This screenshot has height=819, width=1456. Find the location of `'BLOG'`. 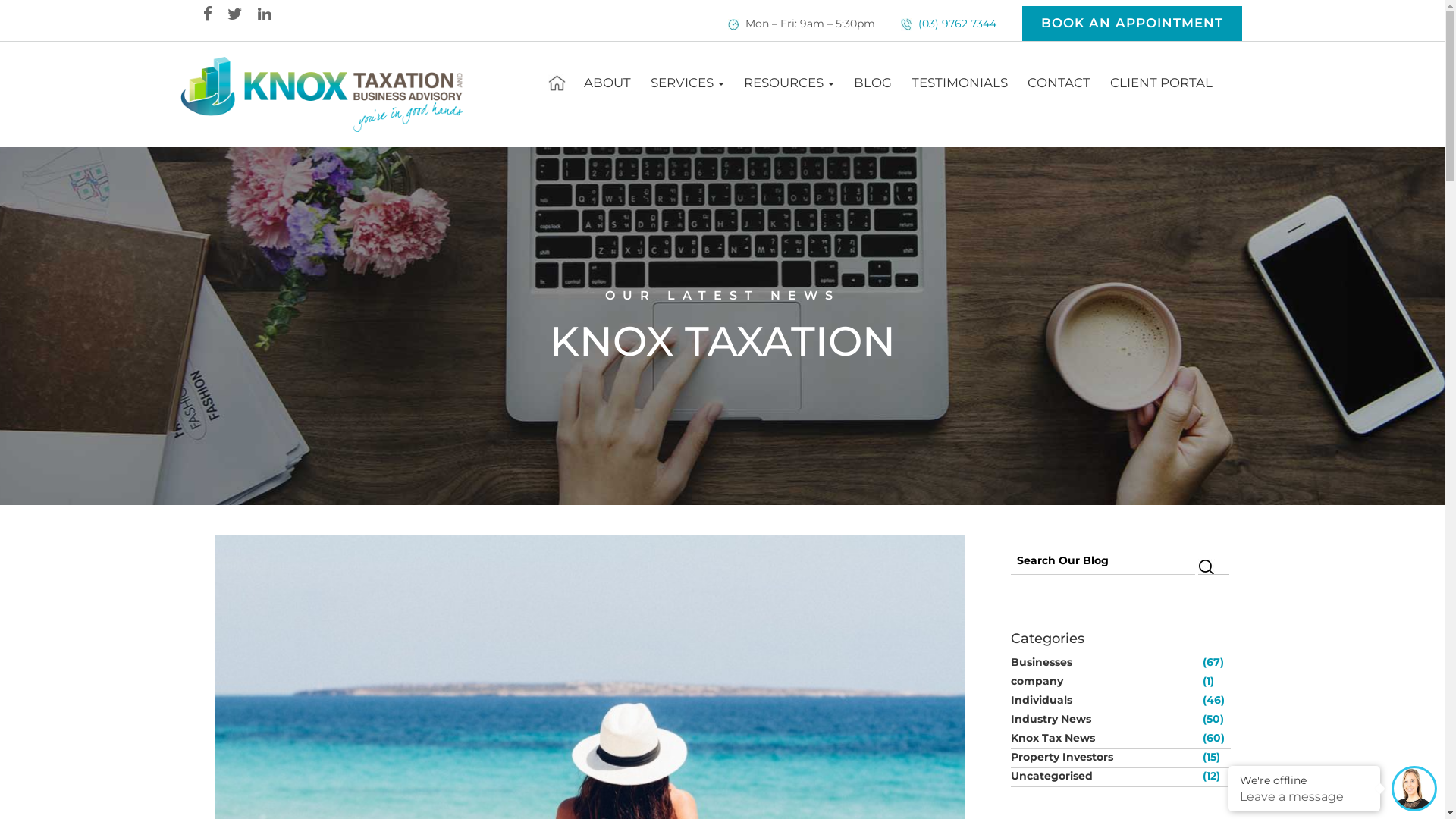

'BLOG' is located at coordinates (873, 82).